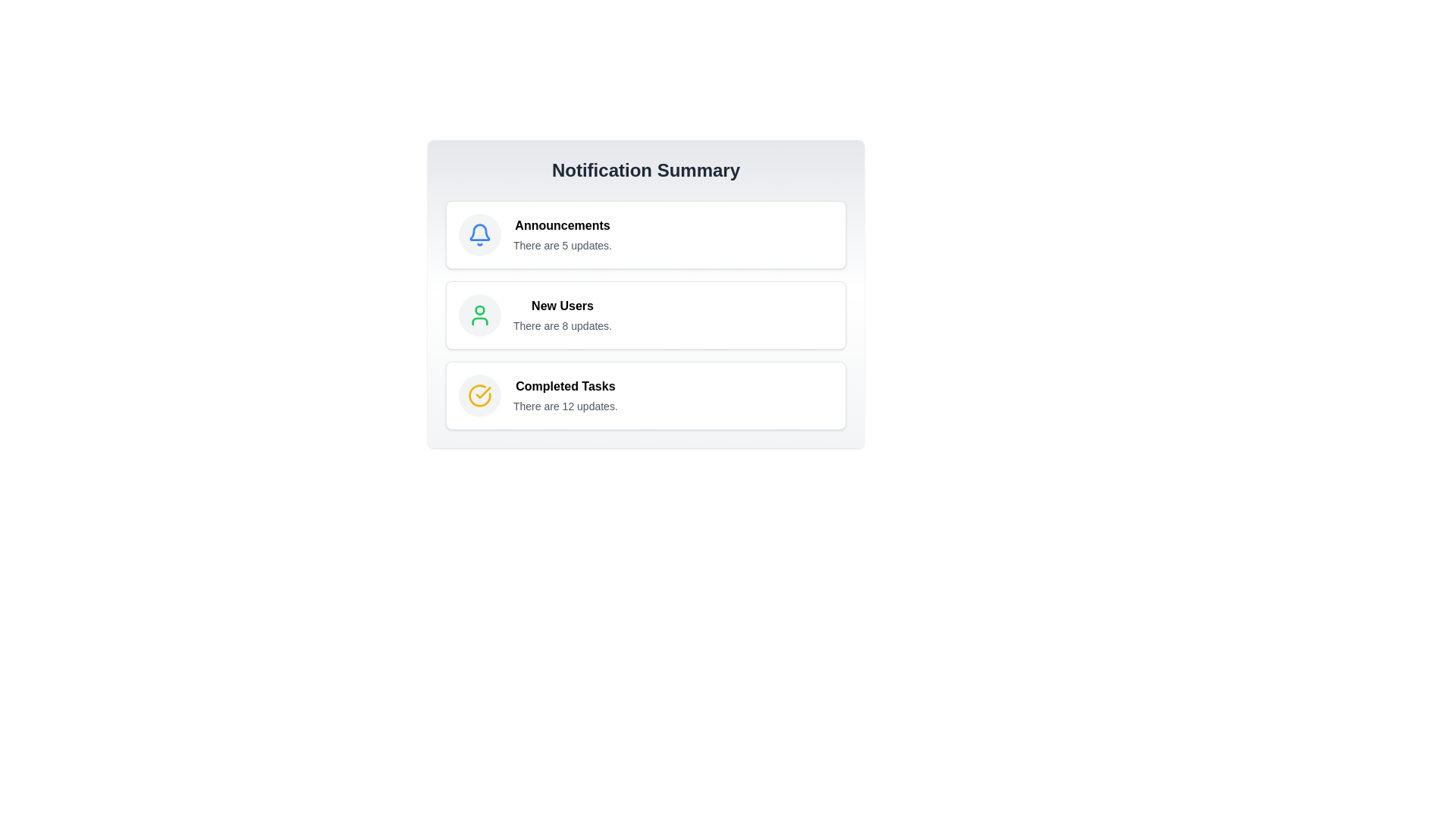 This screenshot has height=819, width=1456. I want to click on text line stating 'There are 12 updates.' which is positioned beneath the bold title 'Completed Tasks' in the Notification Summary panel, so click(564, 406).